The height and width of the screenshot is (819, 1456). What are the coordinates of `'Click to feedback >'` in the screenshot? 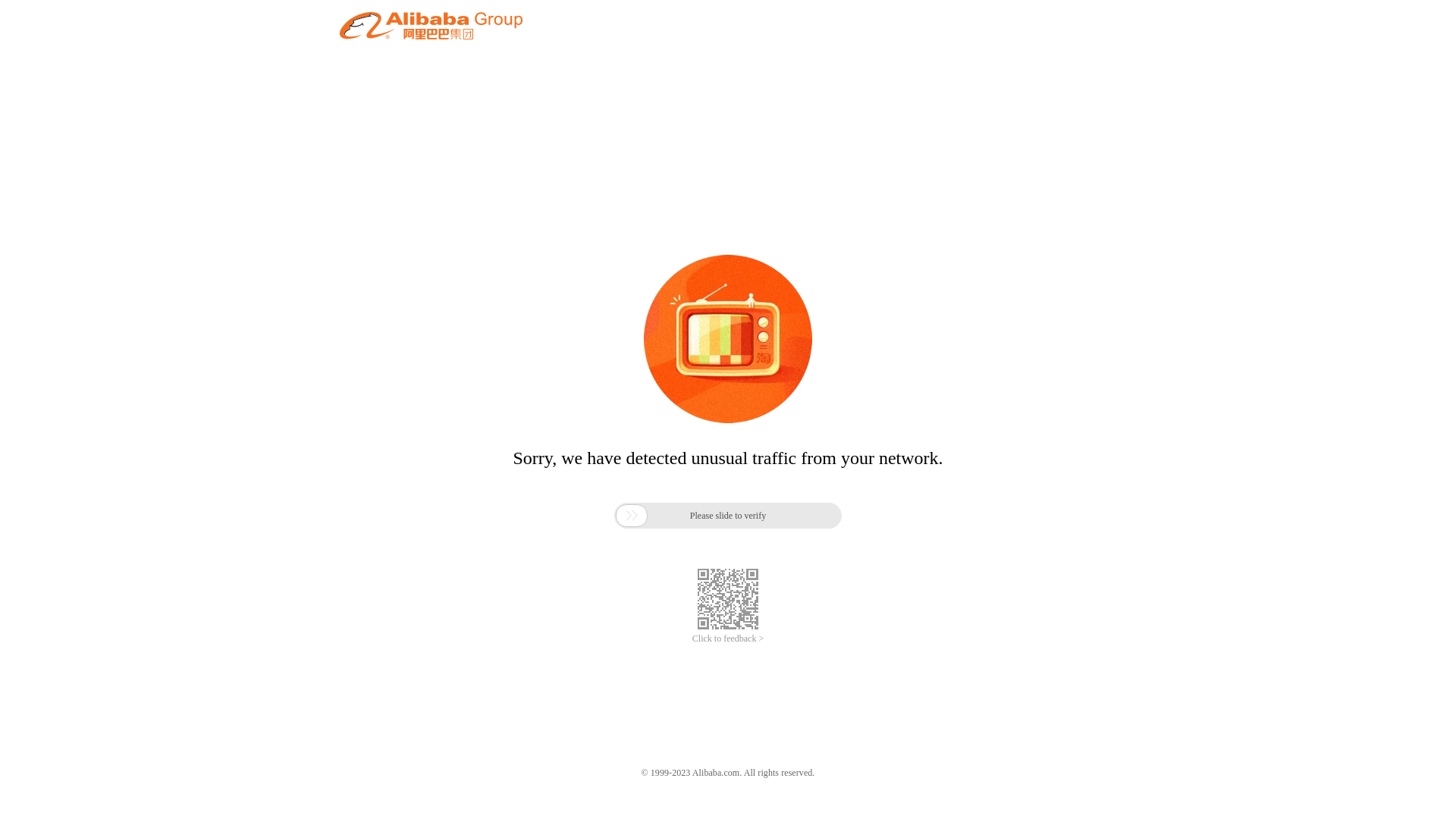 It's located at (728, 639).